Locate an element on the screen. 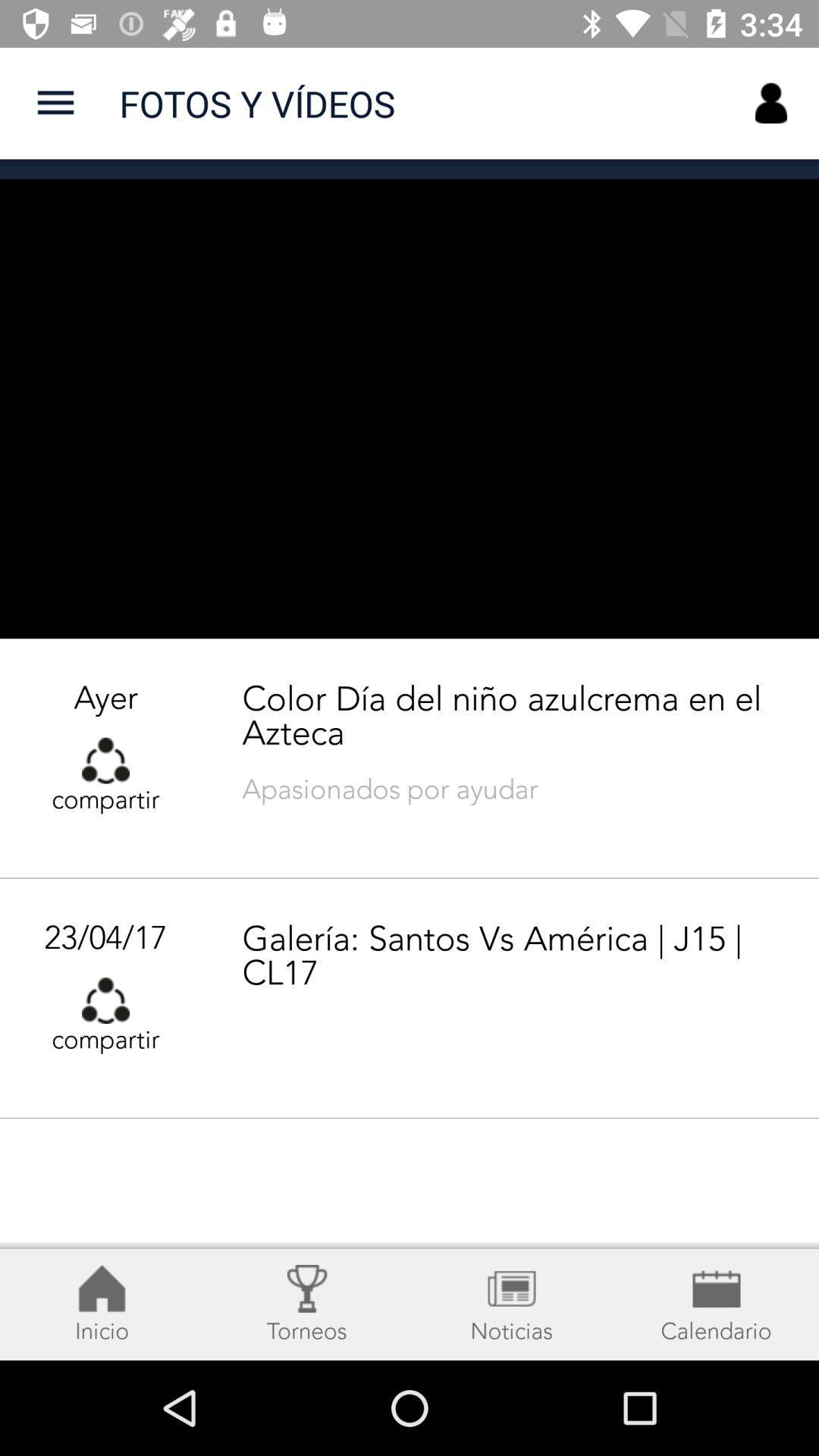  the notifications icon is located at coordinates (102, 1304).